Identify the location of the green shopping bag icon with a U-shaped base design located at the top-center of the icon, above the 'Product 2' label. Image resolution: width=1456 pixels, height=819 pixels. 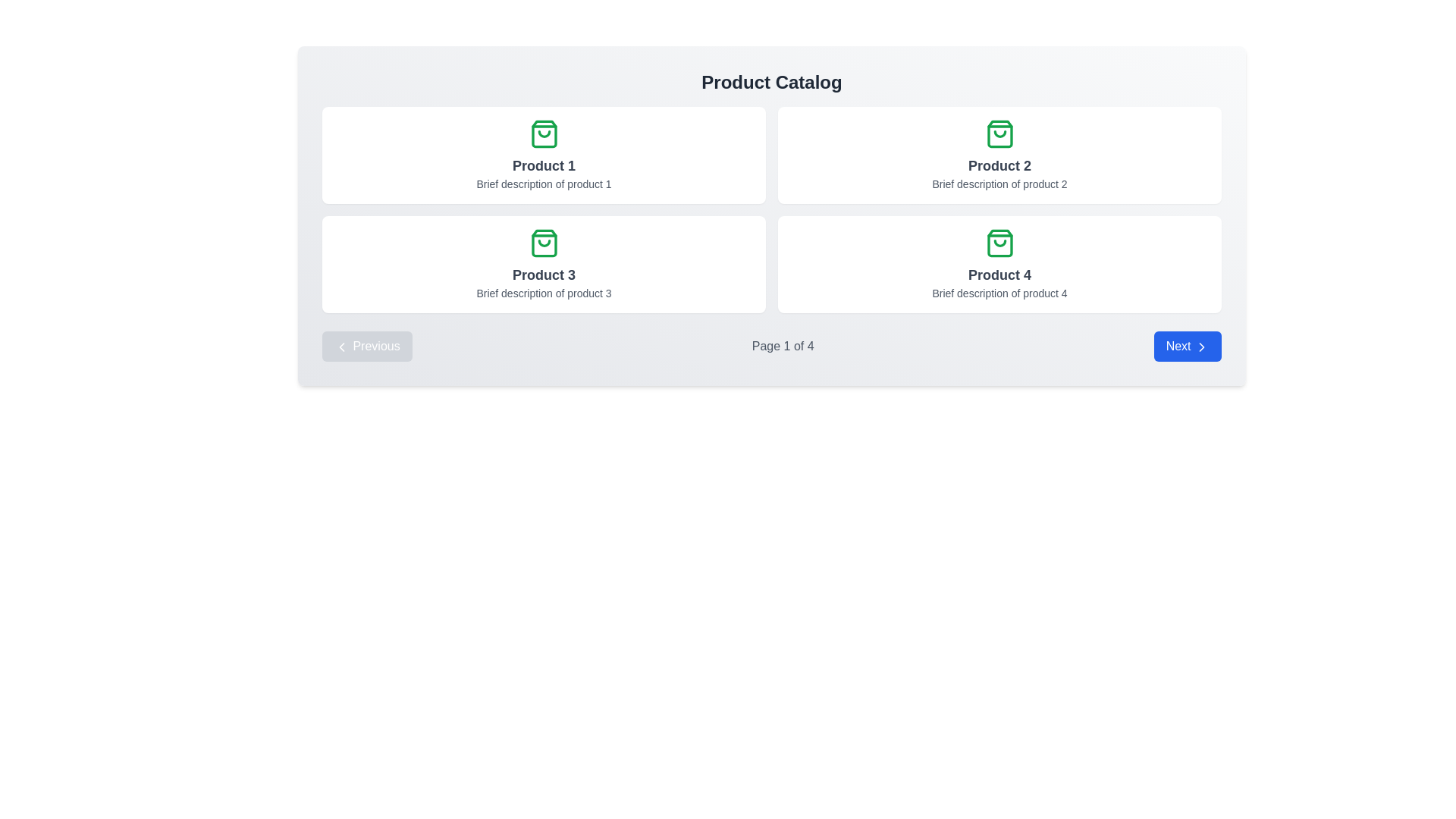
(999, 133).